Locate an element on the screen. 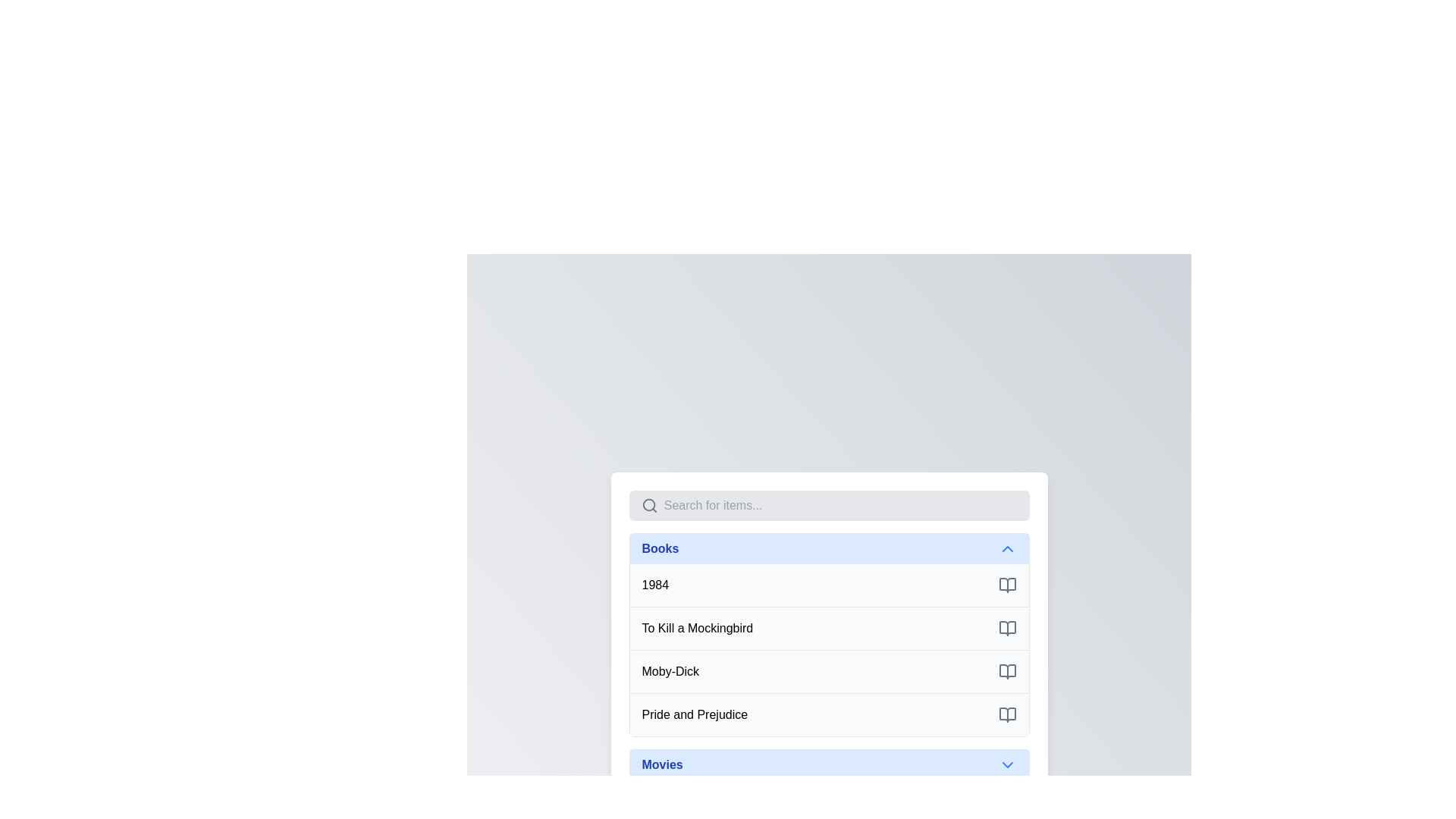 This screenshot has height=819, width=1456. the icon adjacent to the entry titled '1984' in the 'Books' section is located at coordinates (1007, 584).